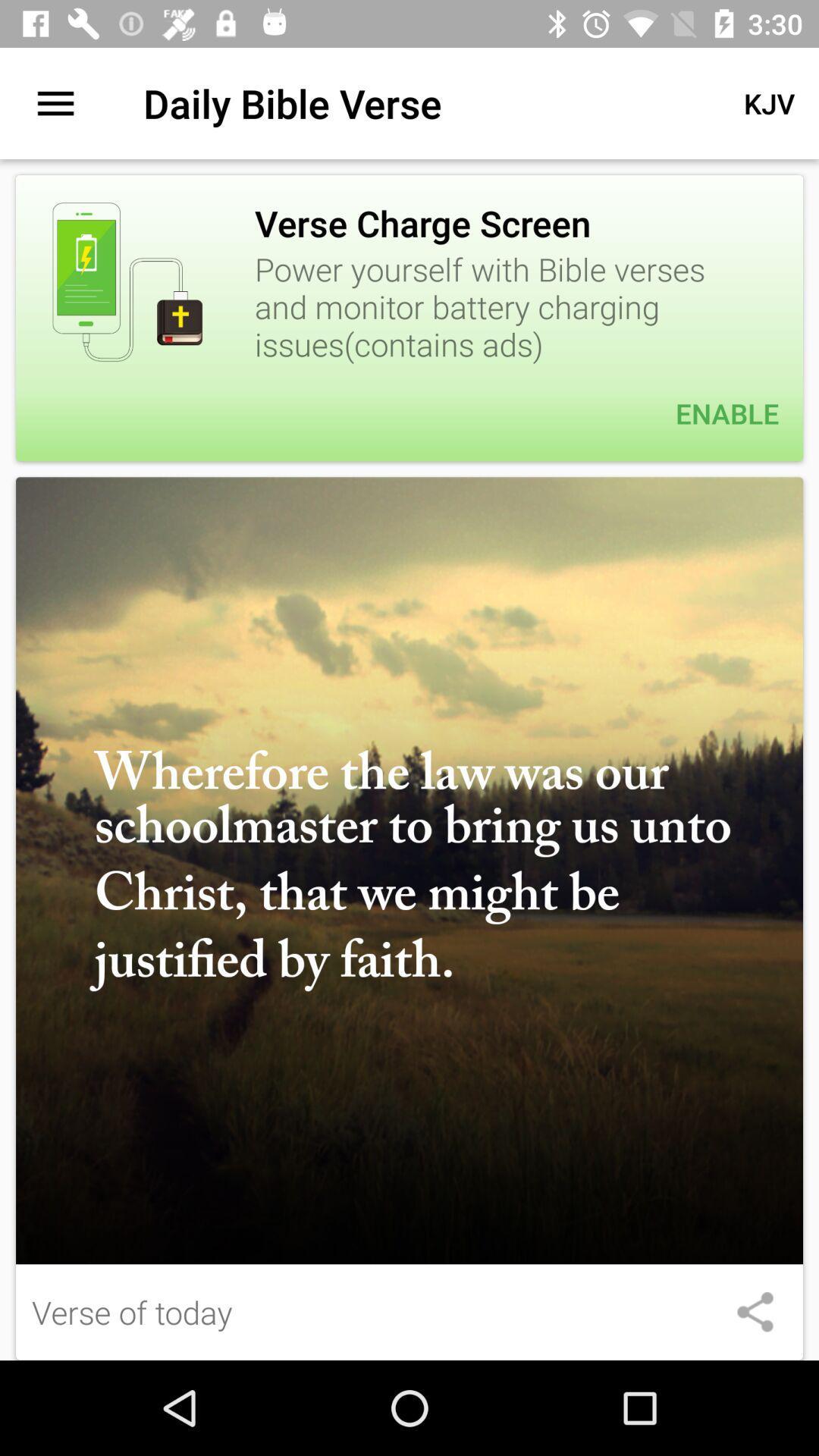 This screenshot has width=819, height=1456. I want to click on icon at the bottom right corner, so click(755, 1311).